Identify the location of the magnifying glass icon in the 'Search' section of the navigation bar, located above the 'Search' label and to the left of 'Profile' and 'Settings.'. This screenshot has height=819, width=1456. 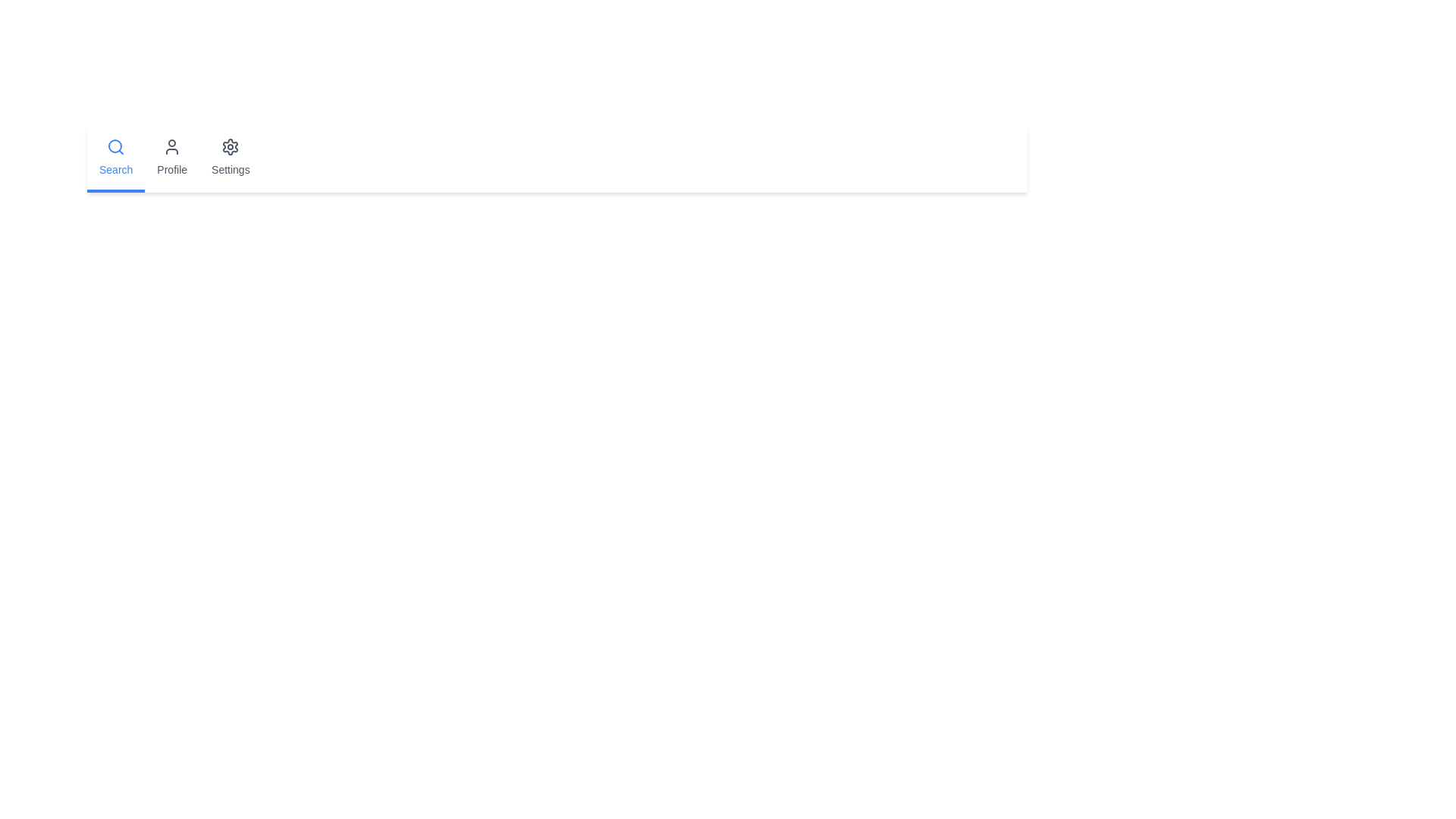
(115, 146).